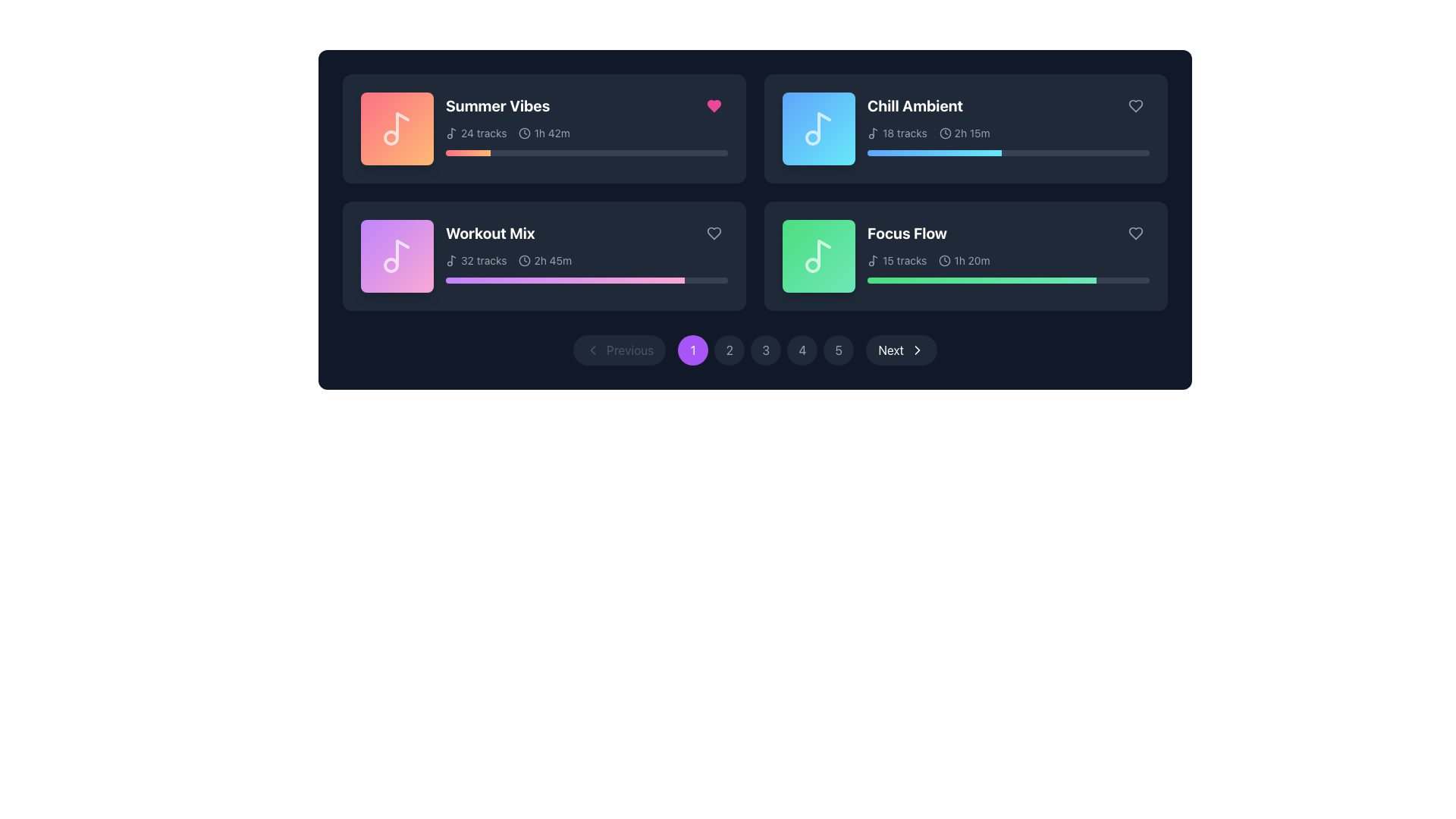 The height and width of the screenshot is (819, 1456). Describe the element at coordinates (811, 137) in the screenshot. I see `the small decorative SVG circle located at the bottom-left of the musical note icon within the 'Chill Ambient' card` at that location.